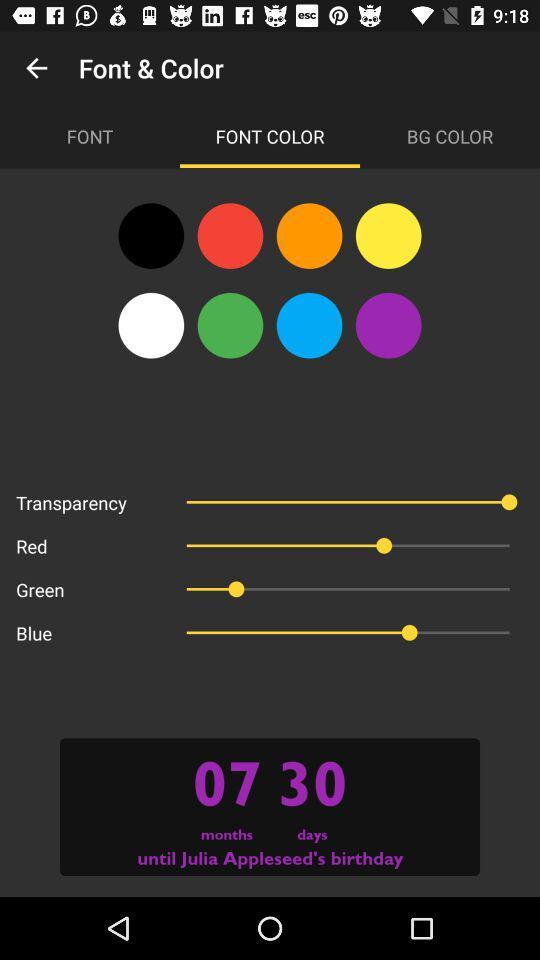 This screenshot has width=540, height=960. What do you see at coordinates (150, 236) in the screenshot?
I see `the avatar icon` at bounding box center [150, 236].